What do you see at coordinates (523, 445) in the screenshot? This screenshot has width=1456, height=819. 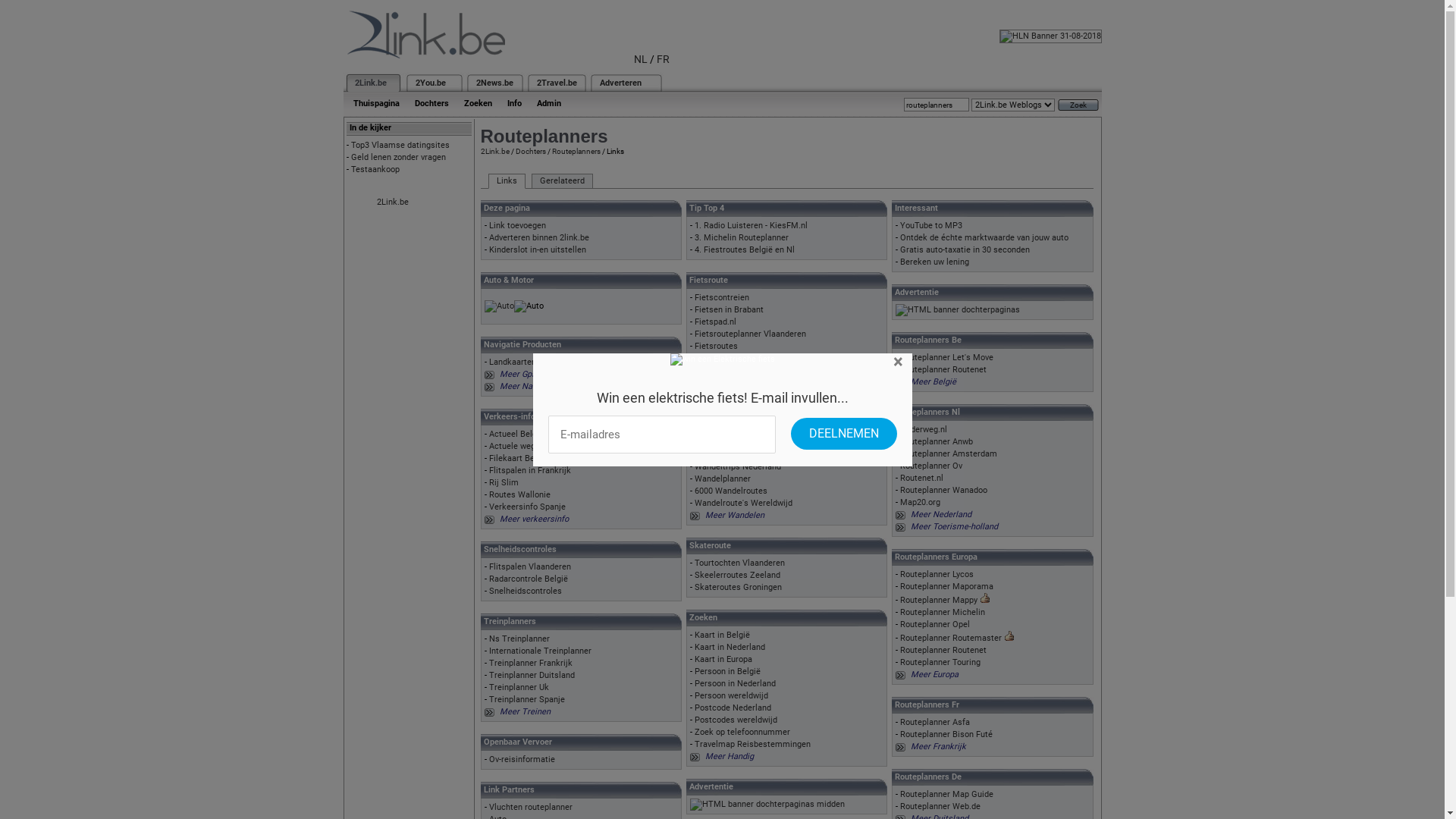 I see `'Actuele wegeninfo'` at bounding box center [523, 445].